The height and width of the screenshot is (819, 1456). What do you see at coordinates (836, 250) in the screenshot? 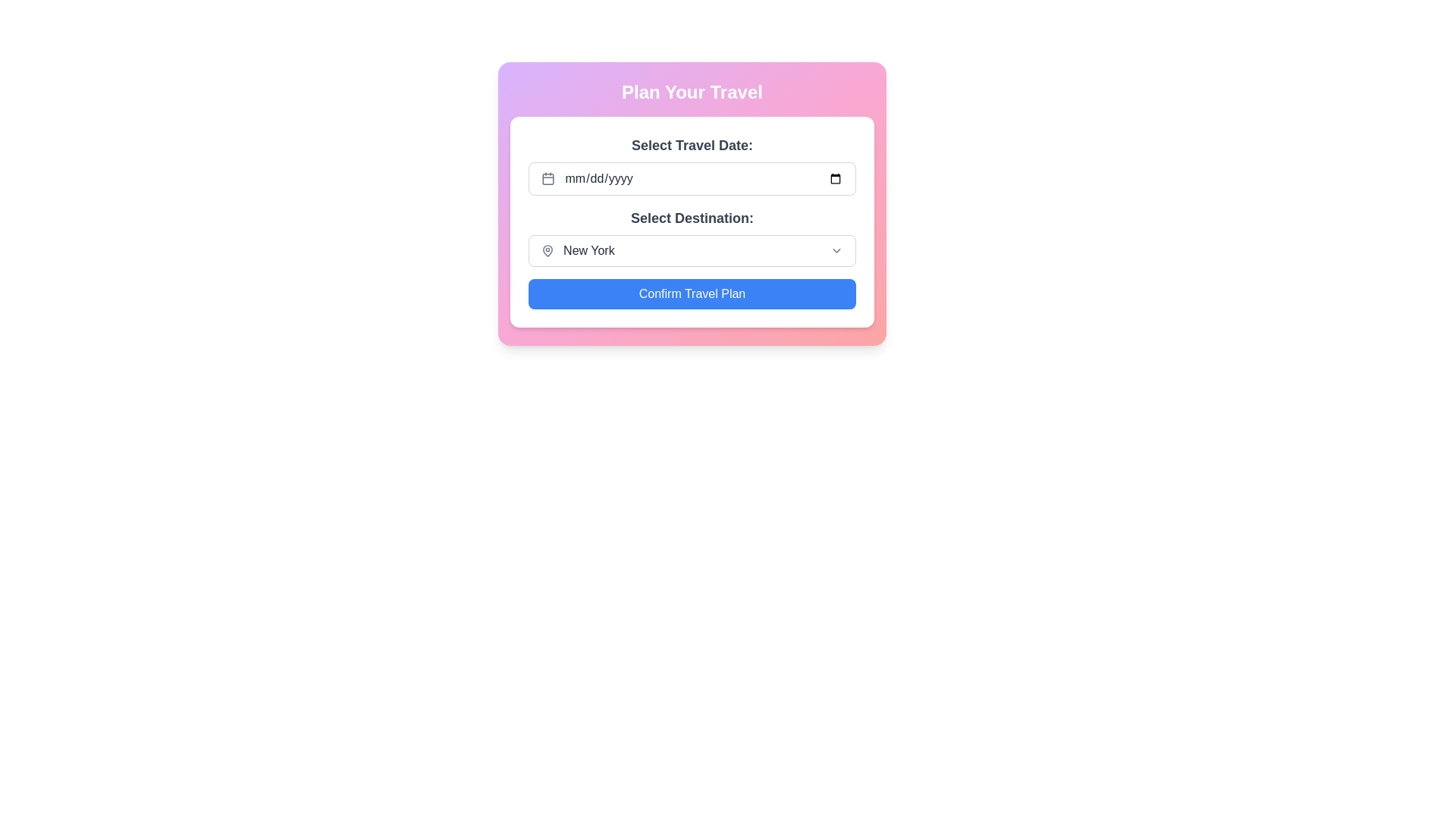
I see `the dropdown icon located at the far right of the 'Select Destination' area` at bounding box center [836, 250].